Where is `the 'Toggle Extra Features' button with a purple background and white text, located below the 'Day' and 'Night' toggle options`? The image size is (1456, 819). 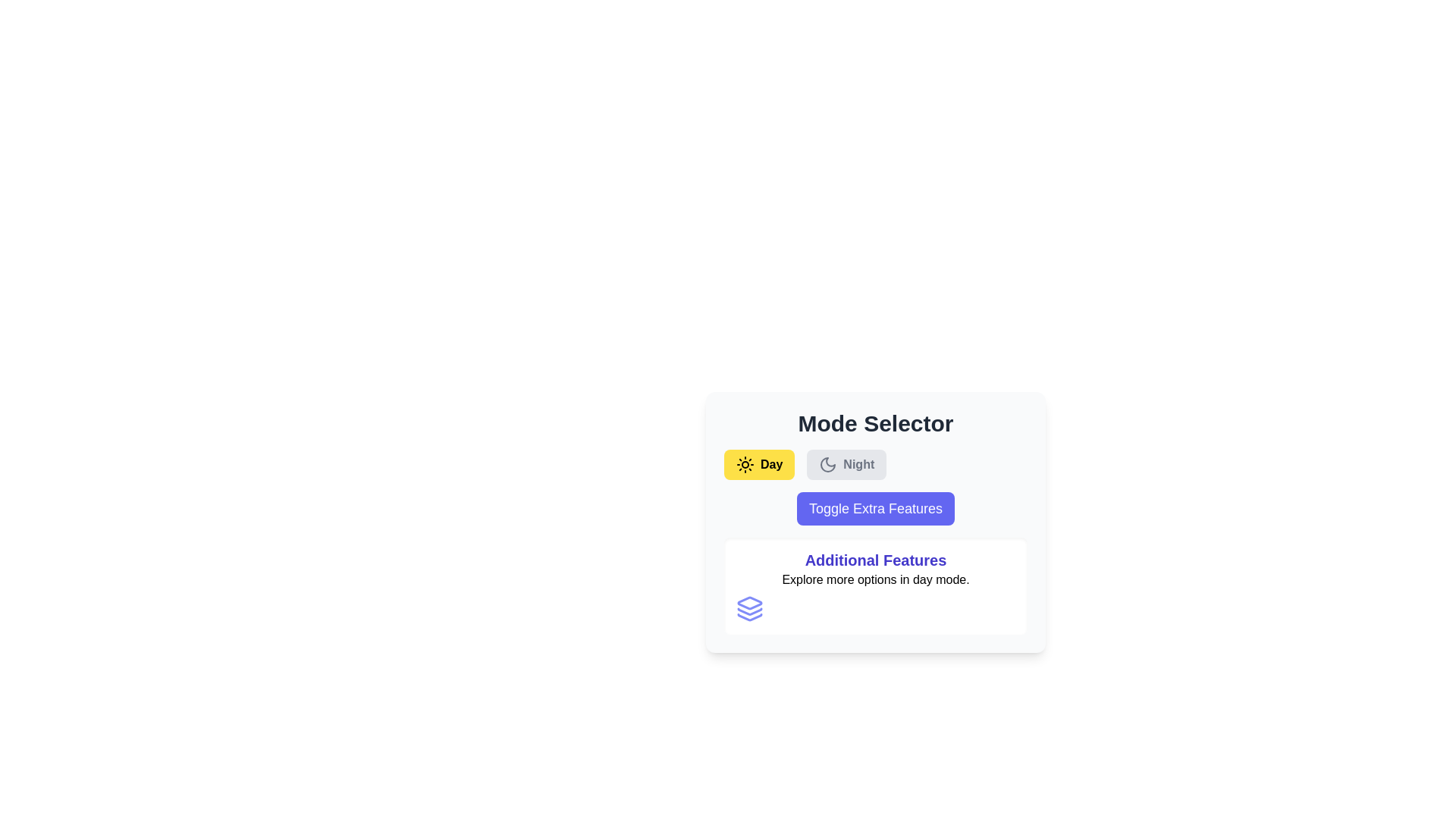 the 'Toggle Extra Features' button with a purple background and white text, located below the 'Day' and 'Night' toggle options is located at coordinates (876, 522).